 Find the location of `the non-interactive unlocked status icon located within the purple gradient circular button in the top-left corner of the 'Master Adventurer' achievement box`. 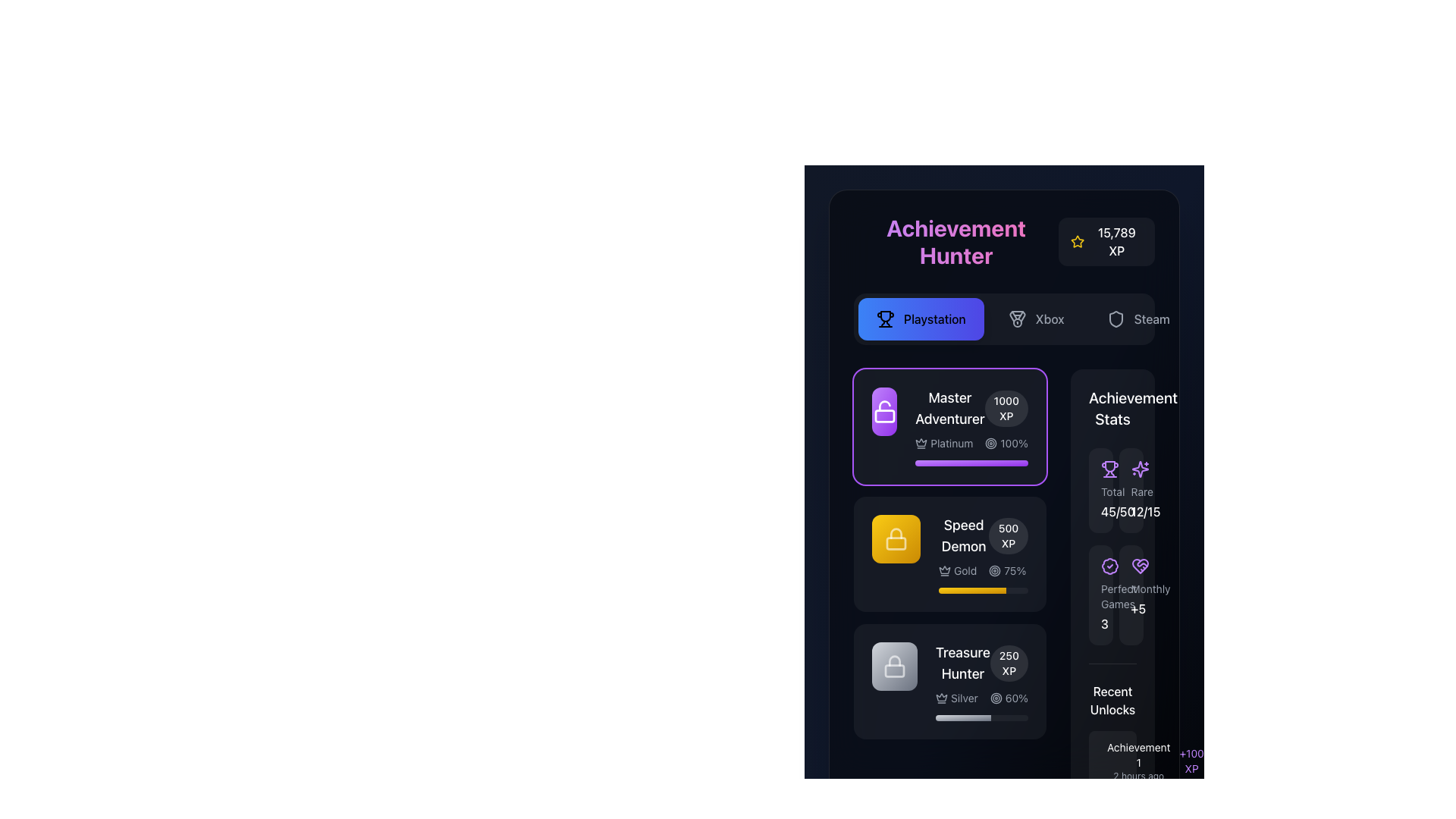

the non-interactive unlocked status icon located within the purple gradient circular button in the top-left corner of the 'Master Adventurer' achievement box is located at coordinates (884, 412).